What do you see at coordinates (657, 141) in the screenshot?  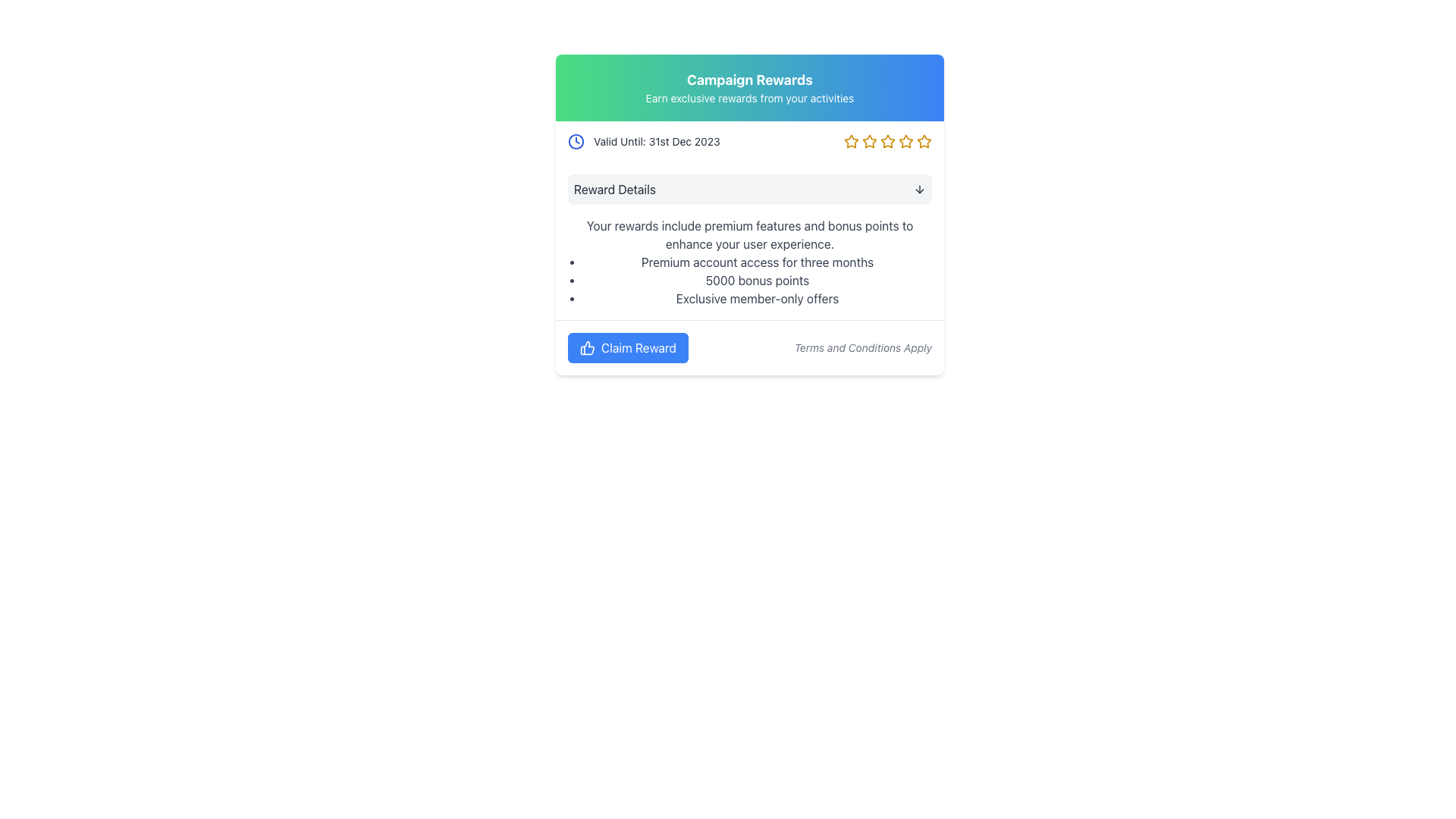 I see `the text label indicating the expiration date of the offer, which is located to the right of a clock icon in the header section of the campaign rewards card` at bounding box center [657, 141].